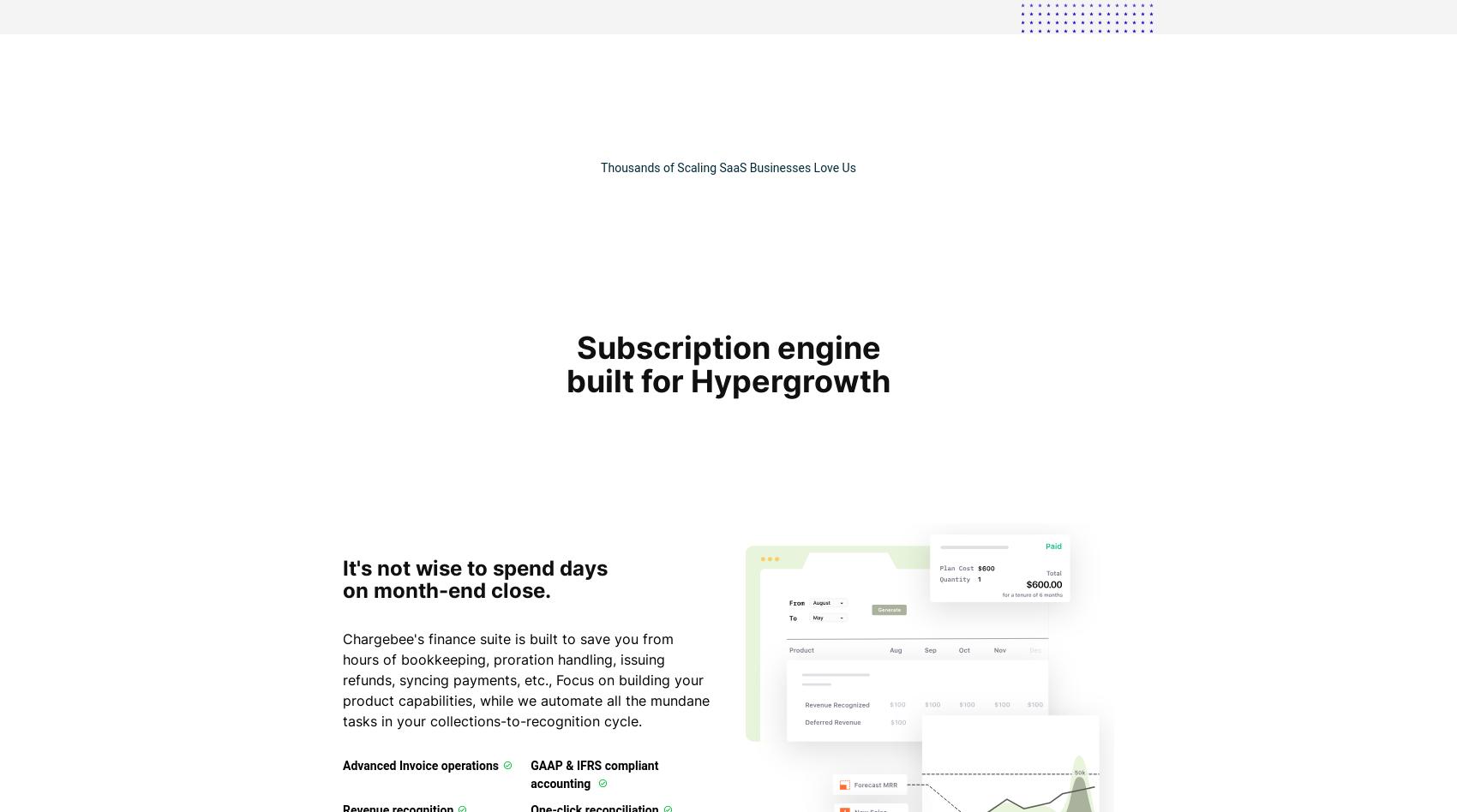 The width and height of the screenshot is (1457, 812). Describe the element at coordinates (433, 600) in the screenshot. I see `'Previous'` at that location.